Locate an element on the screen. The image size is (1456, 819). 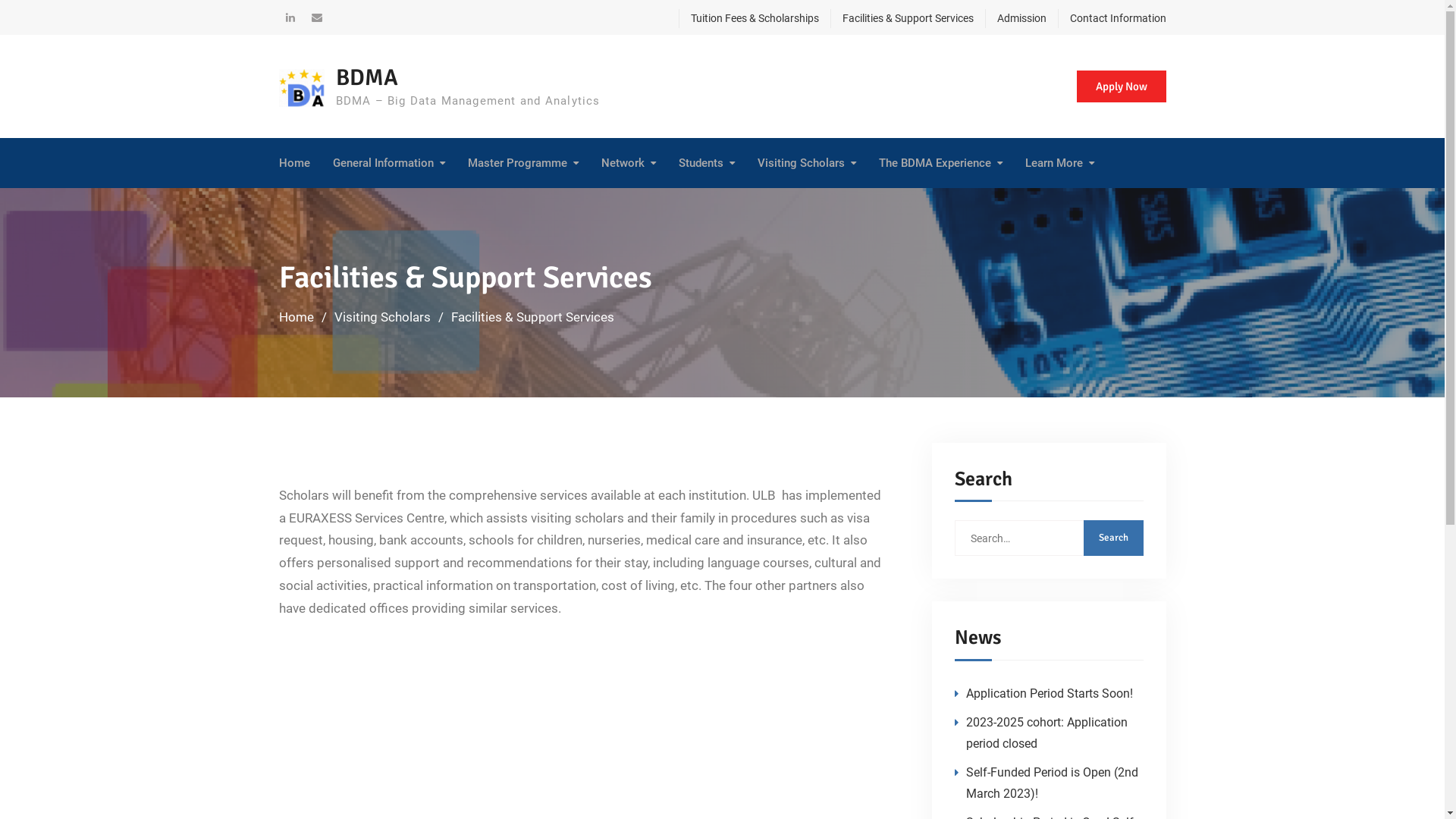
'Search for:' is located at coordinates (1047, 537).